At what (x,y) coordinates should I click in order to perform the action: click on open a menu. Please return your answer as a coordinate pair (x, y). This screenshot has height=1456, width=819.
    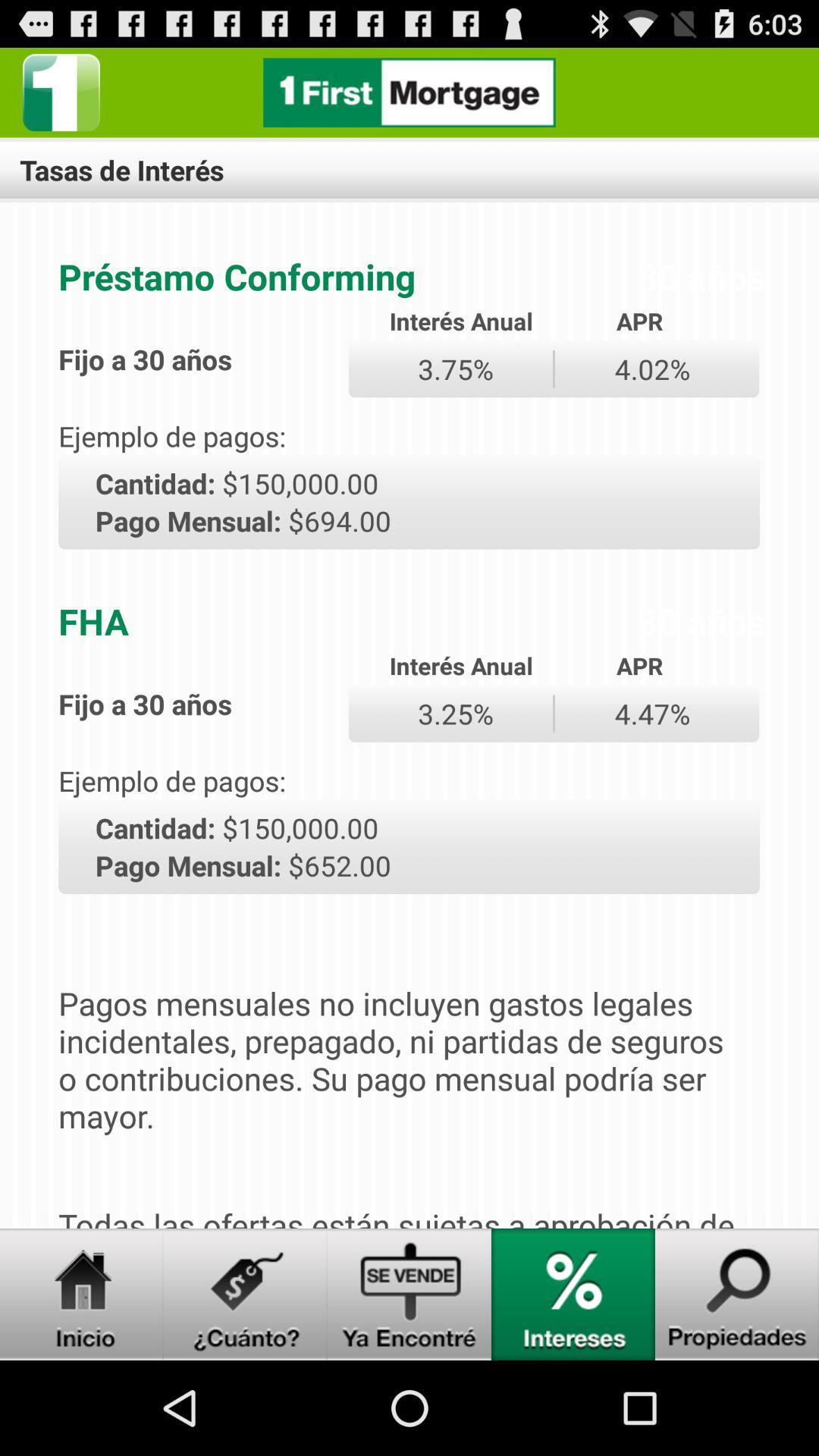
    Looking at the image, I should click on (245, 1294).